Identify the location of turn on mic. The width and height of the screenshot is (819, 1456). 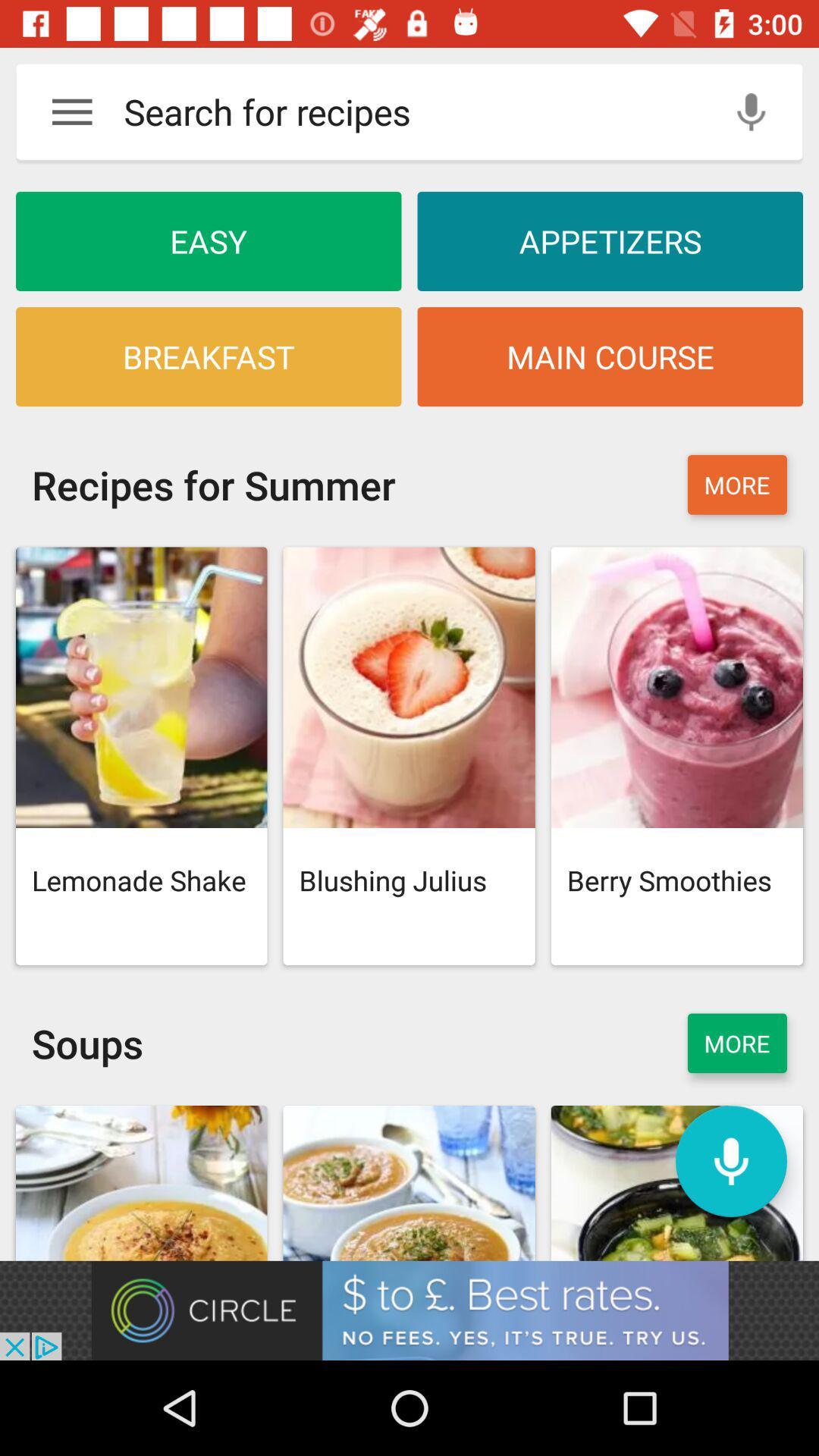
(730, 1160).